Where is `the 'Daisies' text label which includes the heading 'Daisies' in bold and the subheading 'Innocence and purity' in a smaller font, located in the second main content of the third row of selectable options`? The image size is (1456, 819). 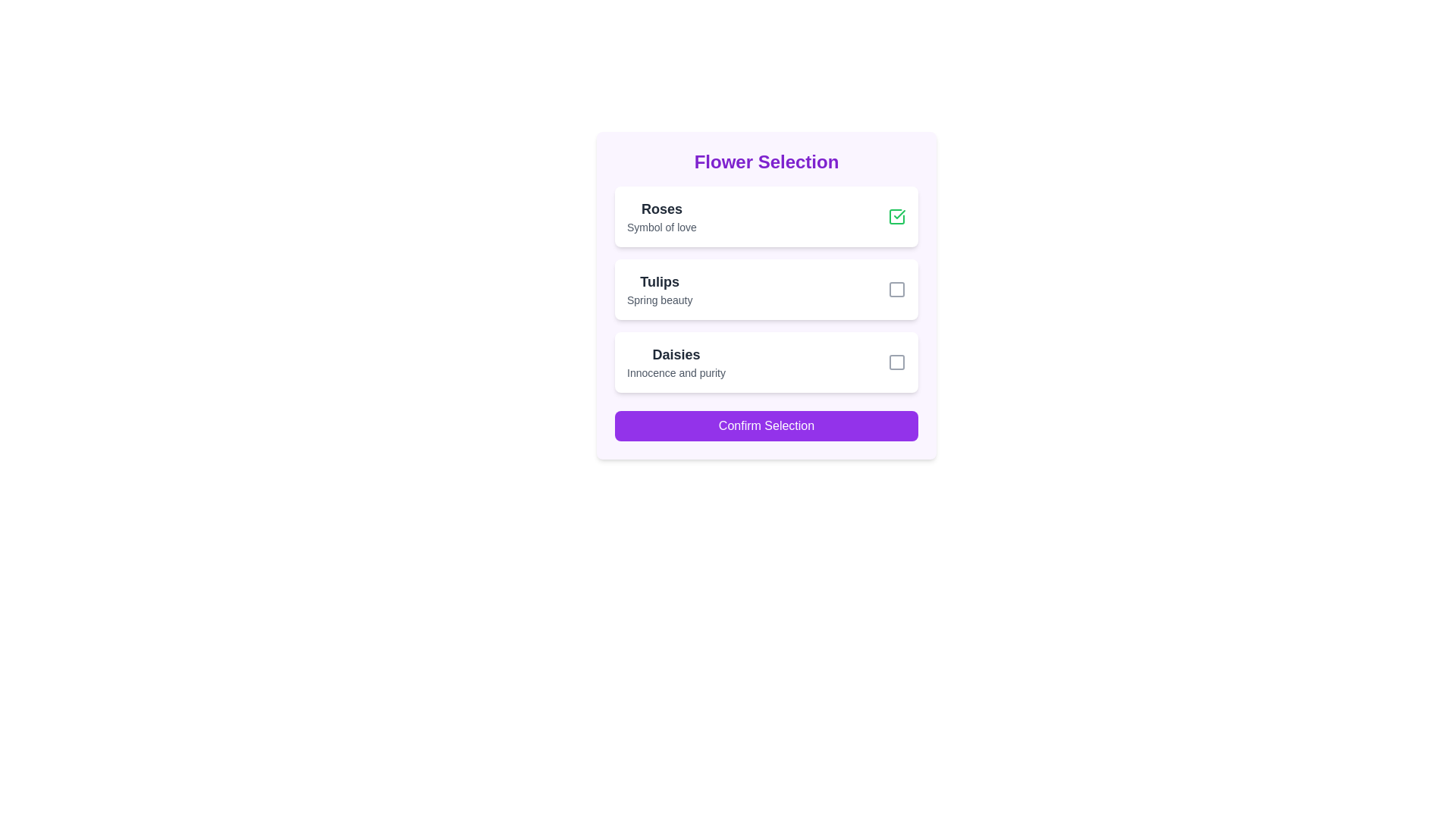 the 'Daisies' text label which includes the heading 'Daisies' in bold and the subheading 'Innocence and purity' in a smaller font, located in the second main content of the third row of selectable options is located at coordinates (676, 362).